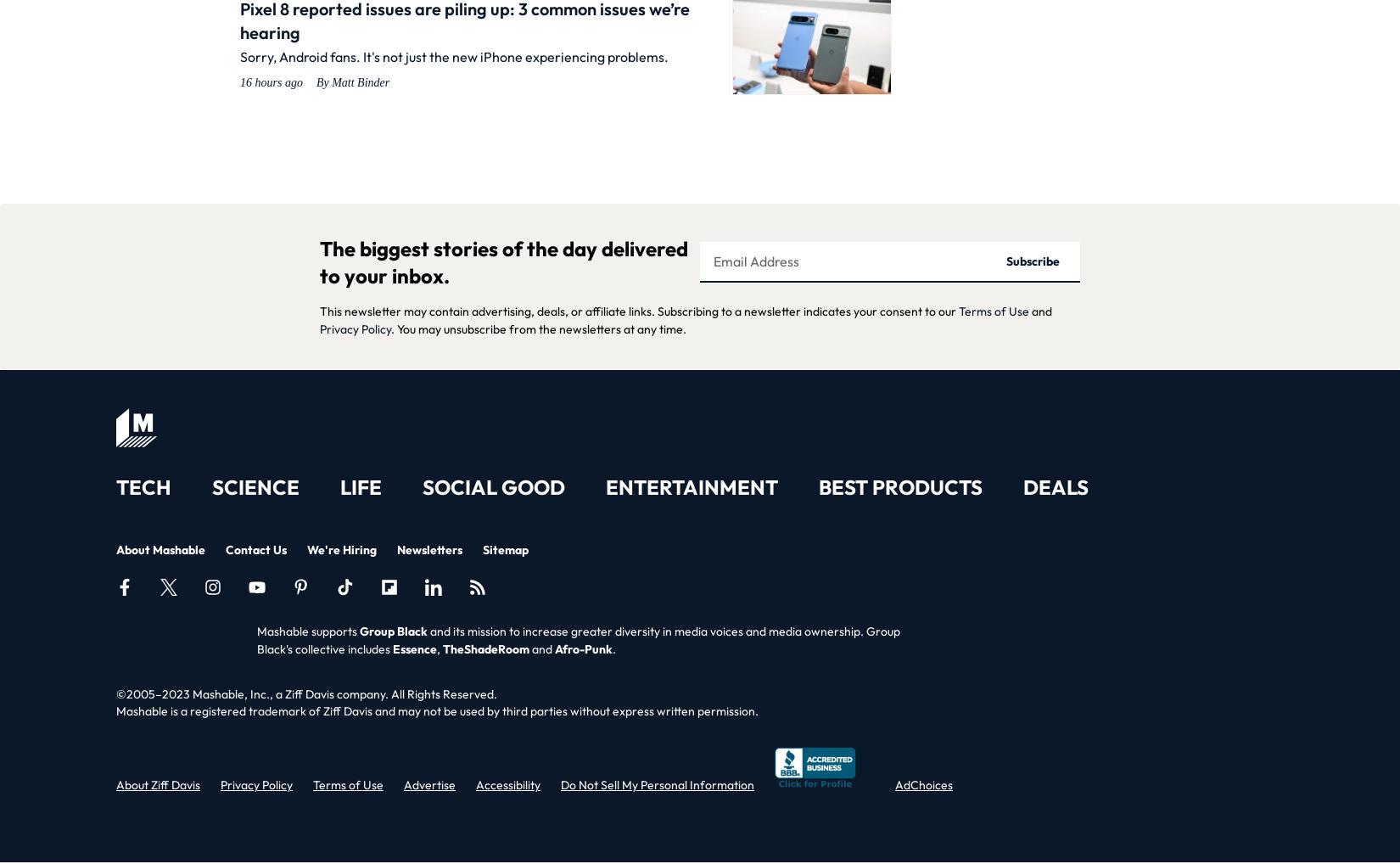 The height and width of the screenshot is (864, 1400). Describe the element at coordinates (657, 783) in the screenshot. I see `'Do Not Sell My Personal Information'` at that location.